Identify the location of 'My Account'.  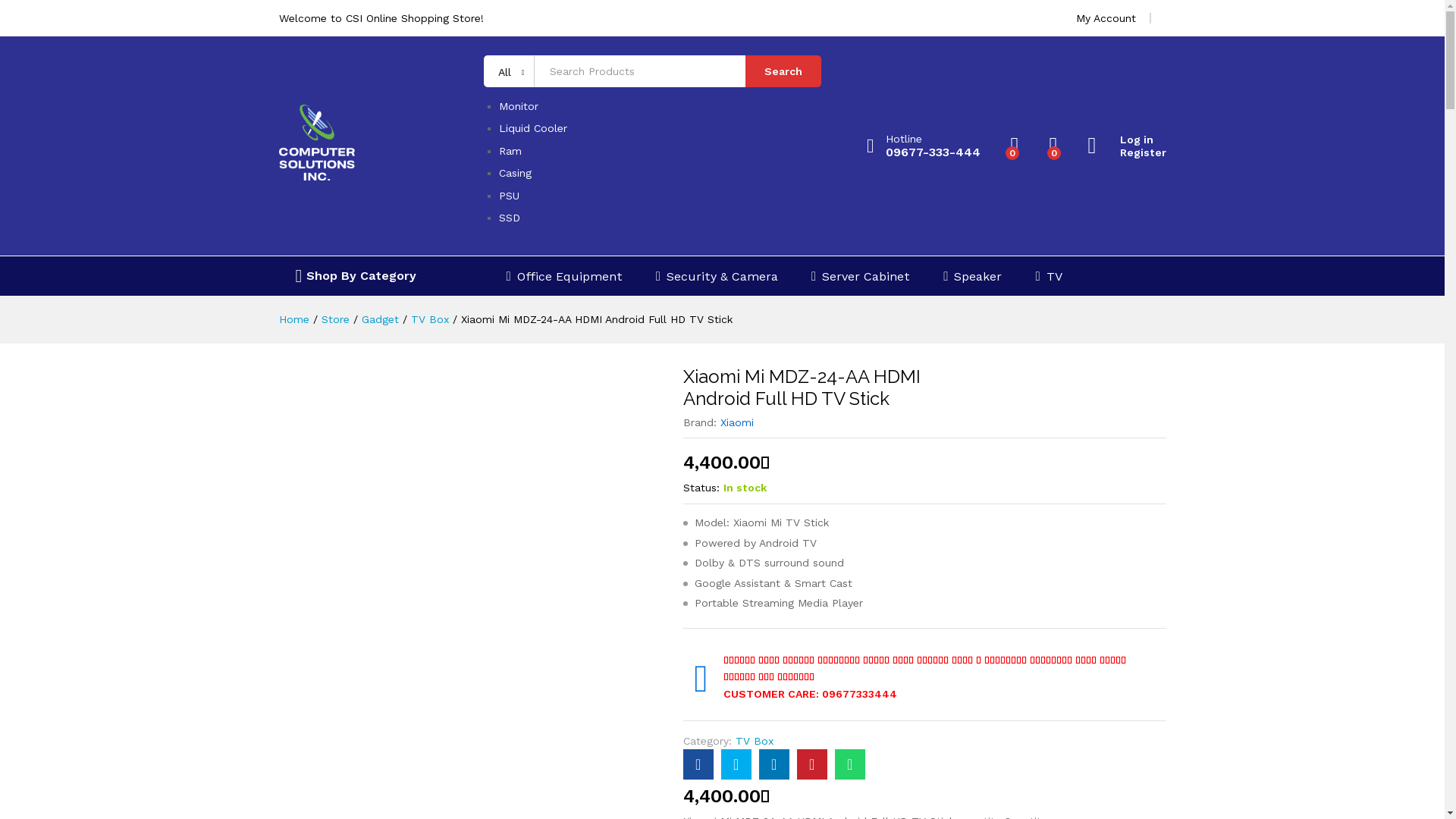
(1105, 17).